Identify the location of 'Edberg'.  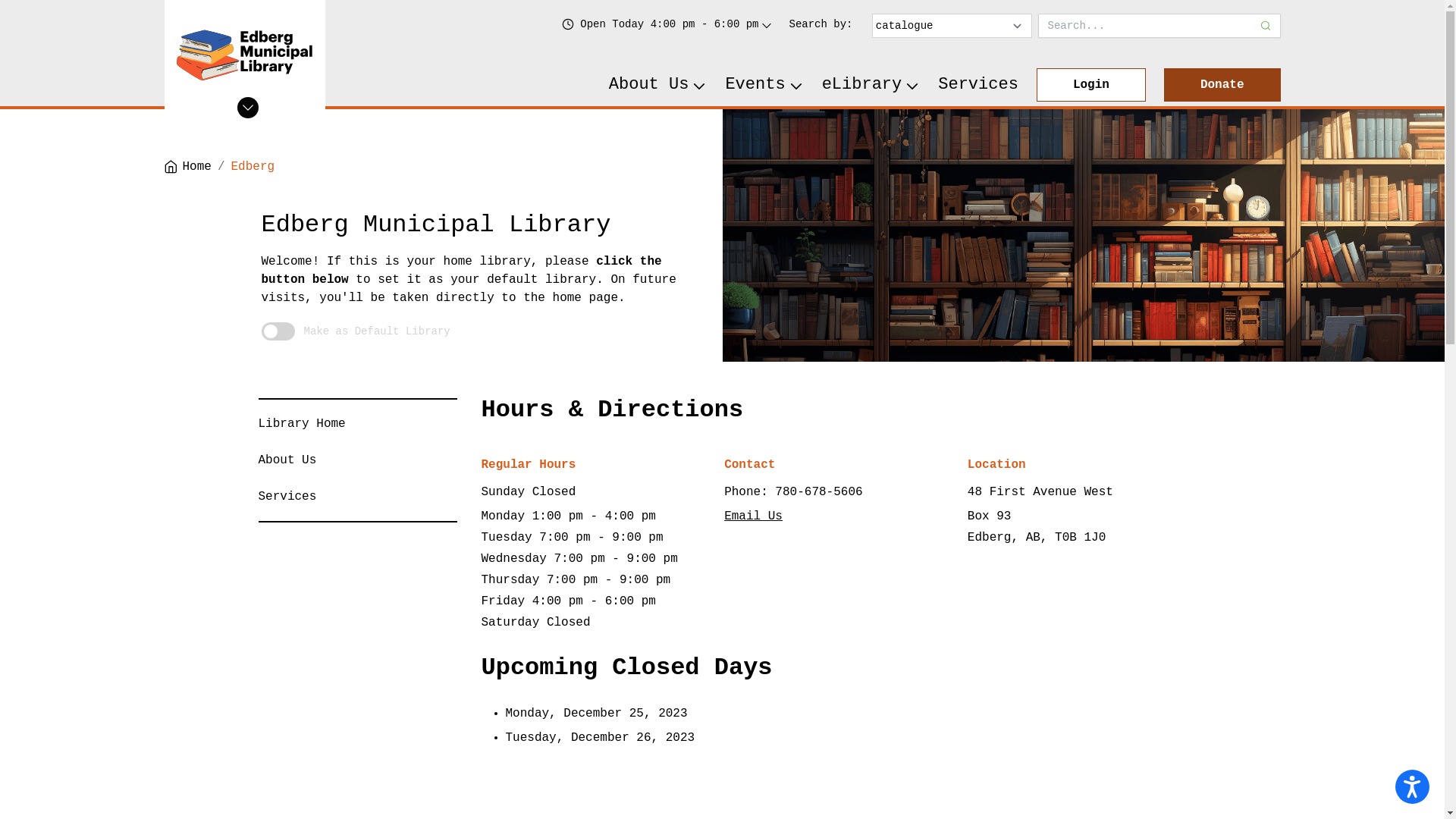
(253, 166).